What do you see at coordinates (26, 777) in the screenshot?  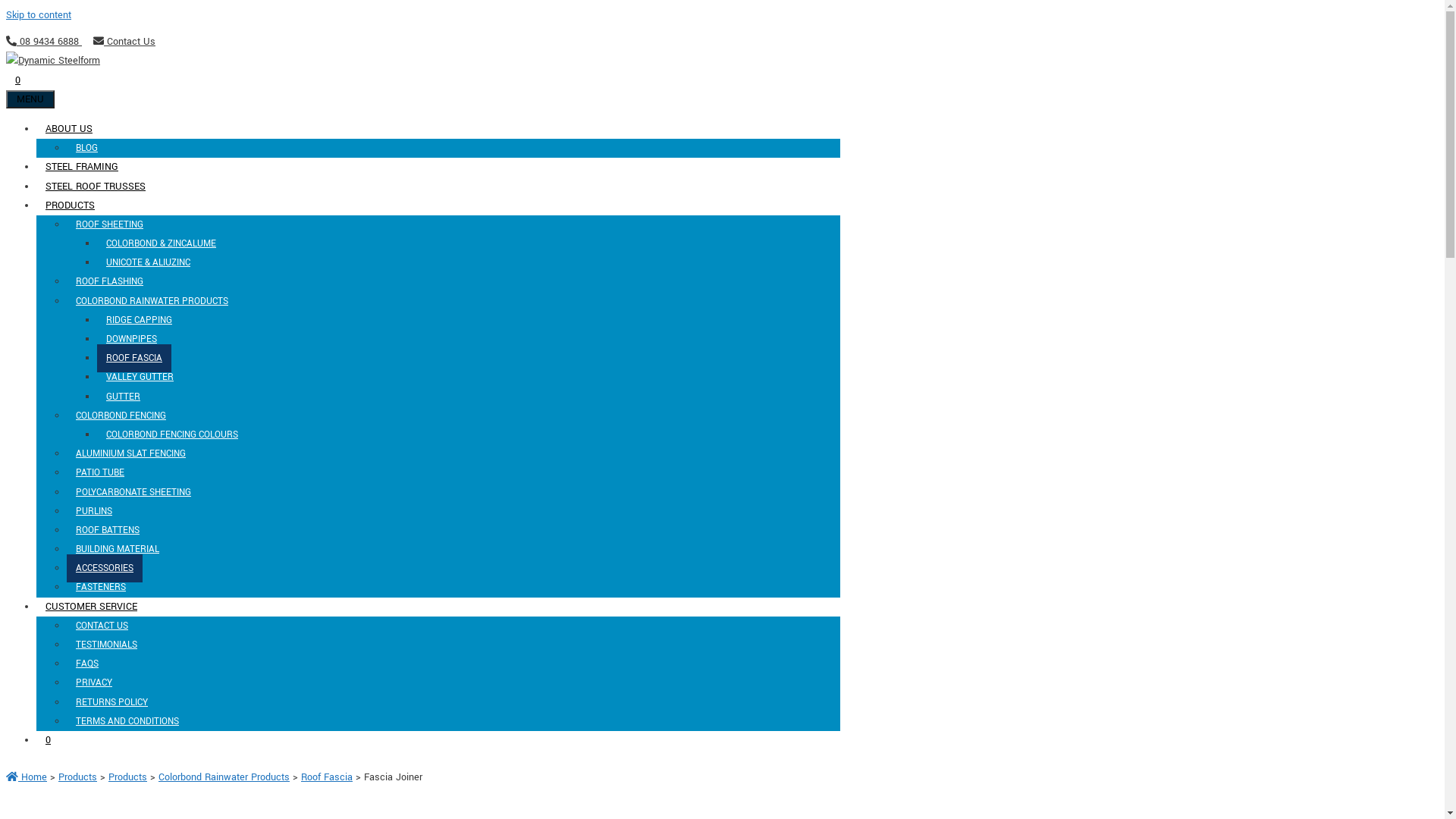 I see `'Home'` at bounding box center [26, 777].